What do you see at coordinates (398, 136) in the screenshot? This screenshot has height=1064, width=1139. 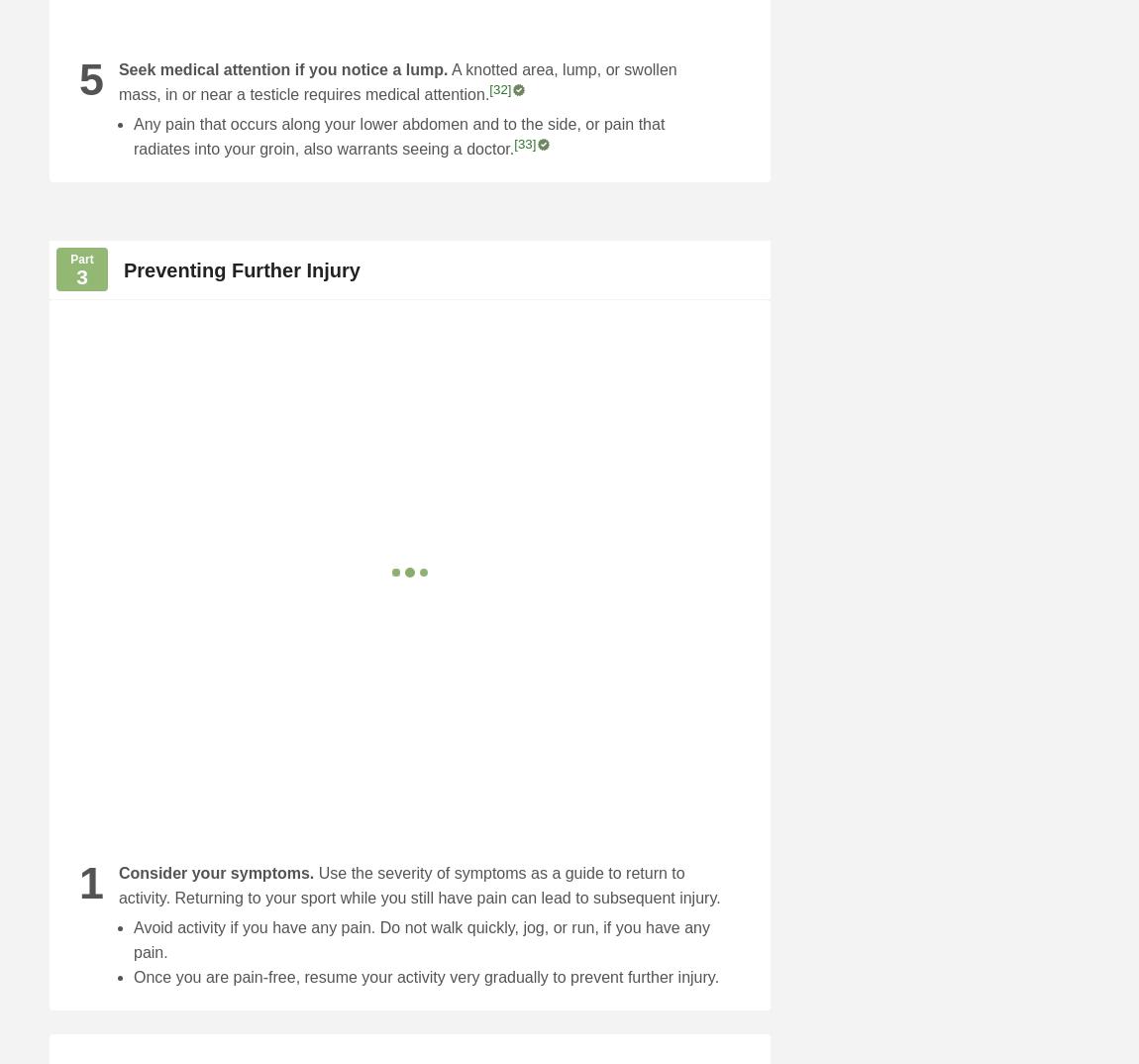 I see `'Any pain that occurs along your lower abdomen and to the side, or pain that radiates into your groin, also warrants seeing a doctor.'` at bounding box center [398, 136].